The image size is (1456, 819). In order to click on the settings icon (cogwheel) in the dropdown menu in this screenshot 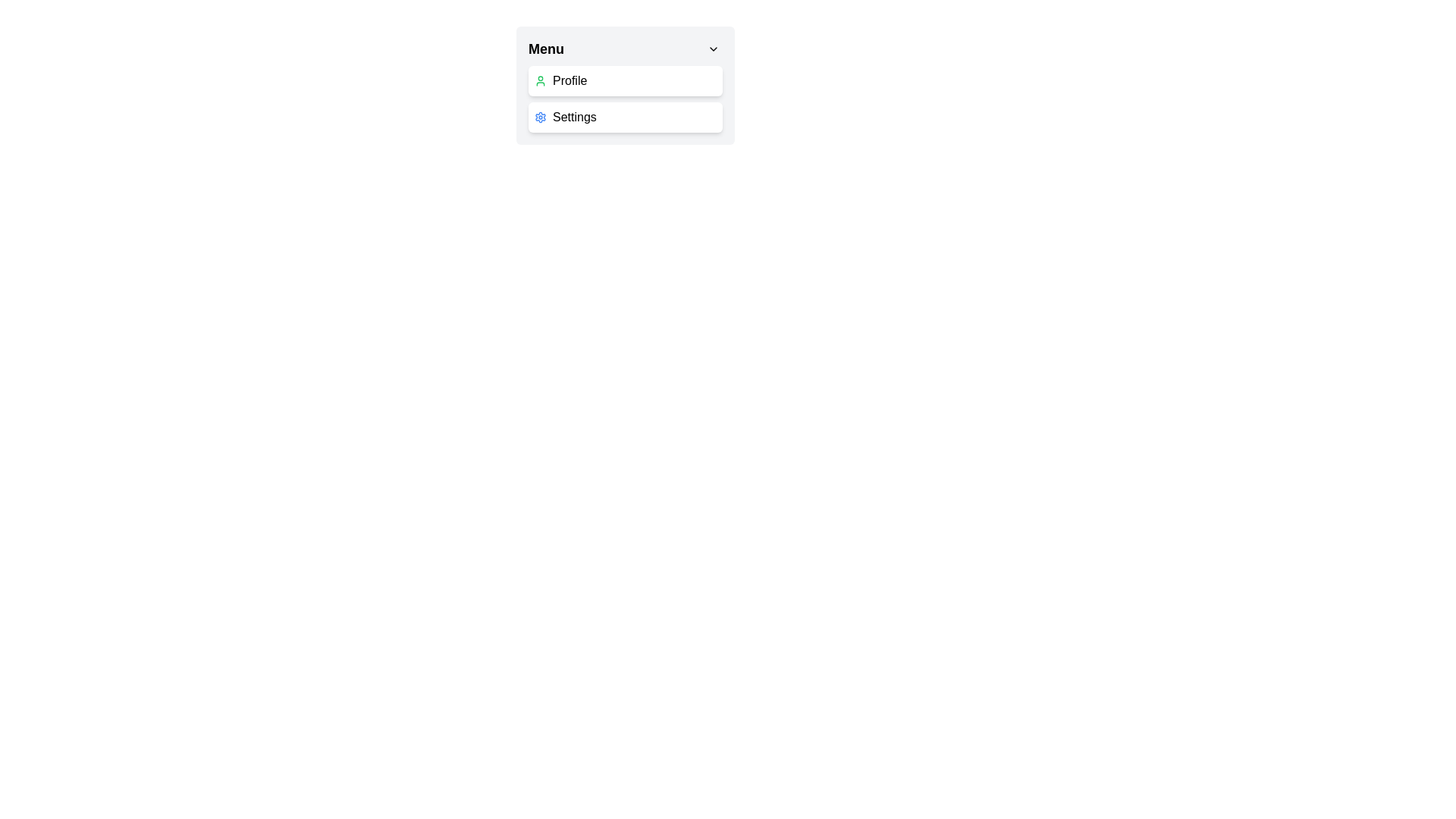, I will do `click(541, 116)`.